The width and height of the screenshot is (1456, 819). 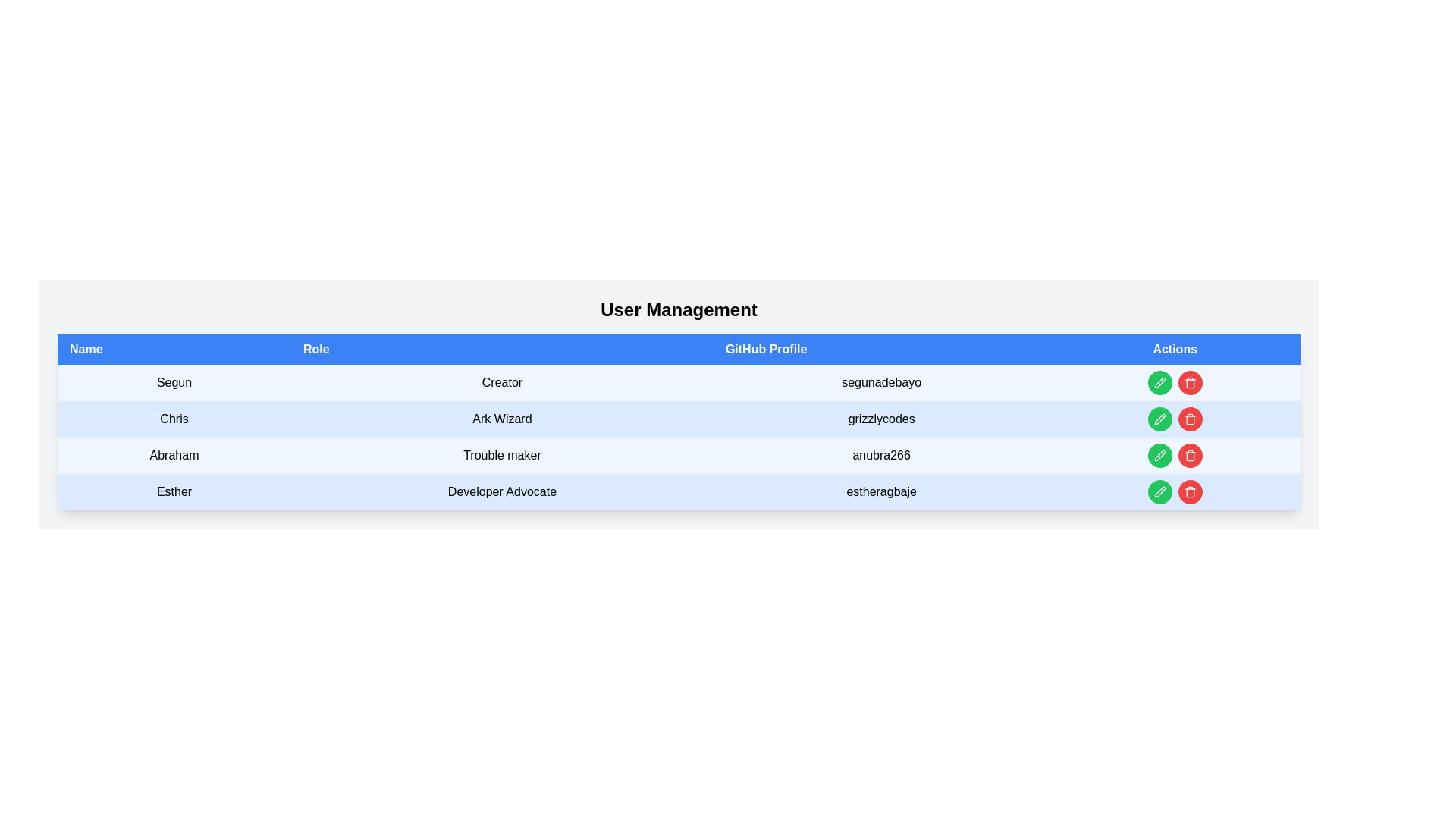 What do you see at coordinates (1159, 419) in the screenshot?
I see `the edit button with a green background in the Actions column corresponding to the user named Chris` at bounding box center [1159, 419].